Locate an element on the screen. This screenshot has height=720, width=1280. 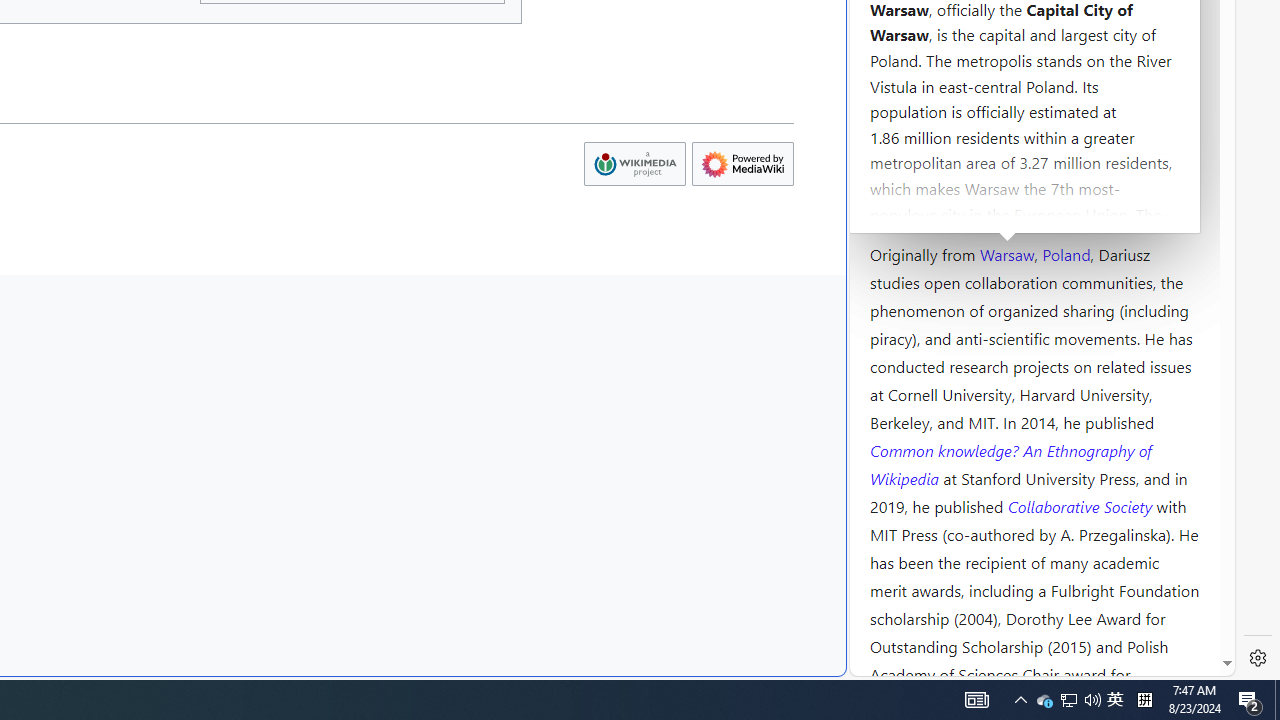
'AutomationID: footer-copyrightico' is located at coordinates (633, 163).